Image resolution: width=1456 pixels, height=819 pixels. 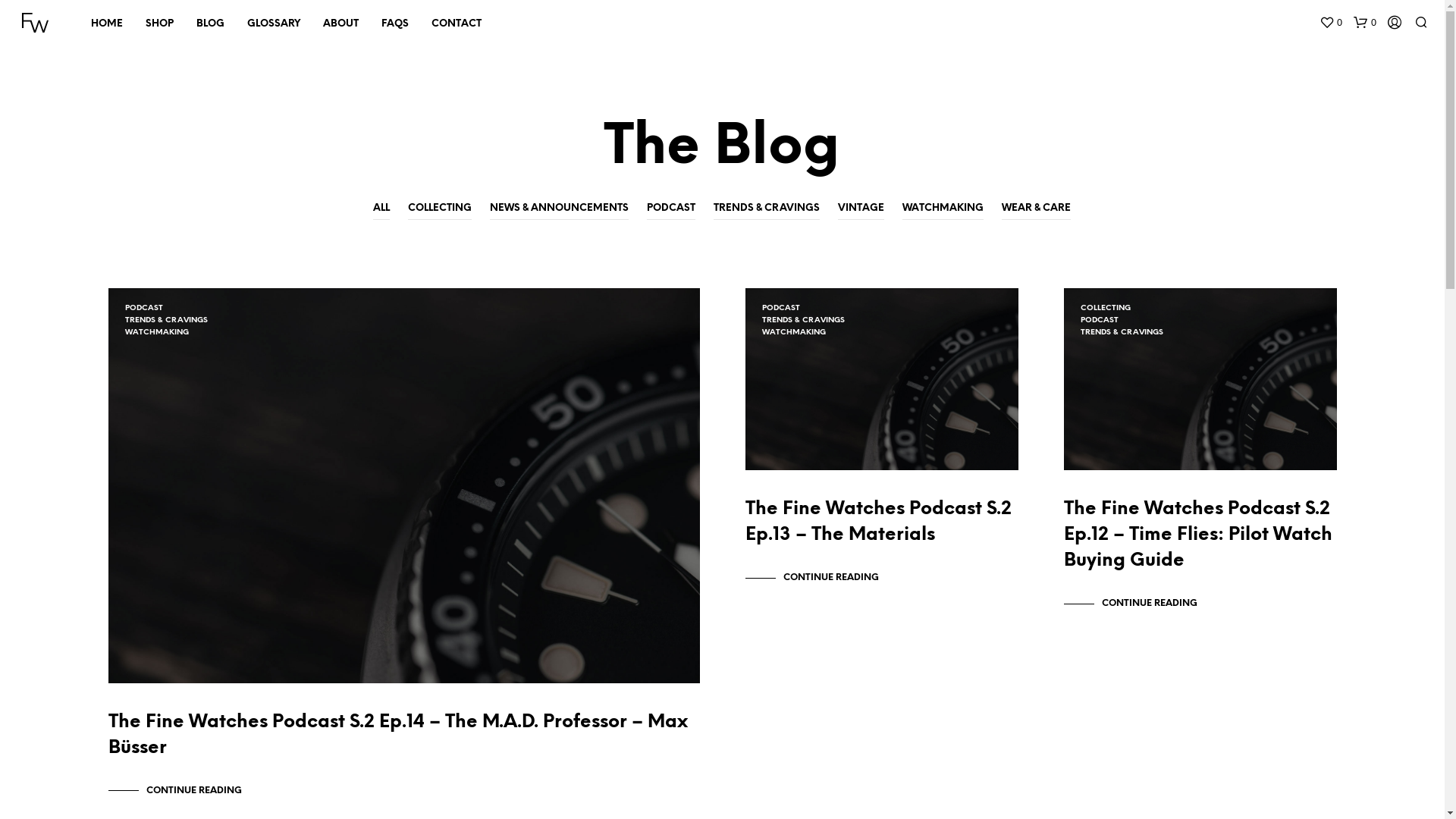 I want to click on '0', so click(x=1365, y=23).